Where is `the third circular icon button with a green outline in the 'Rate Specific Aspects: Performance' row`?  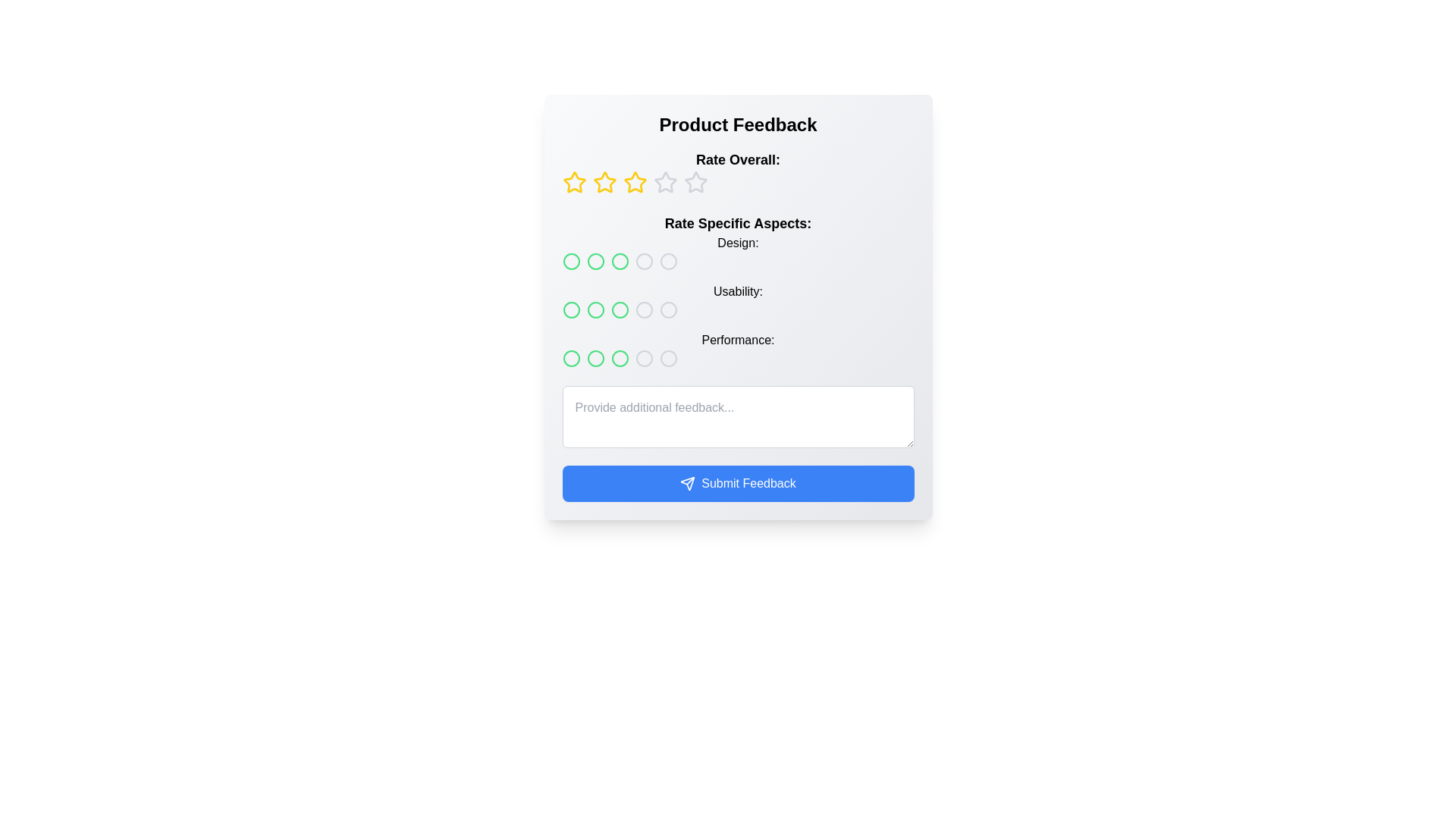 the third circular icon button with a green outline in the 'Rate Specific Aspects: Performance' row is located at coordinates (595, 359).